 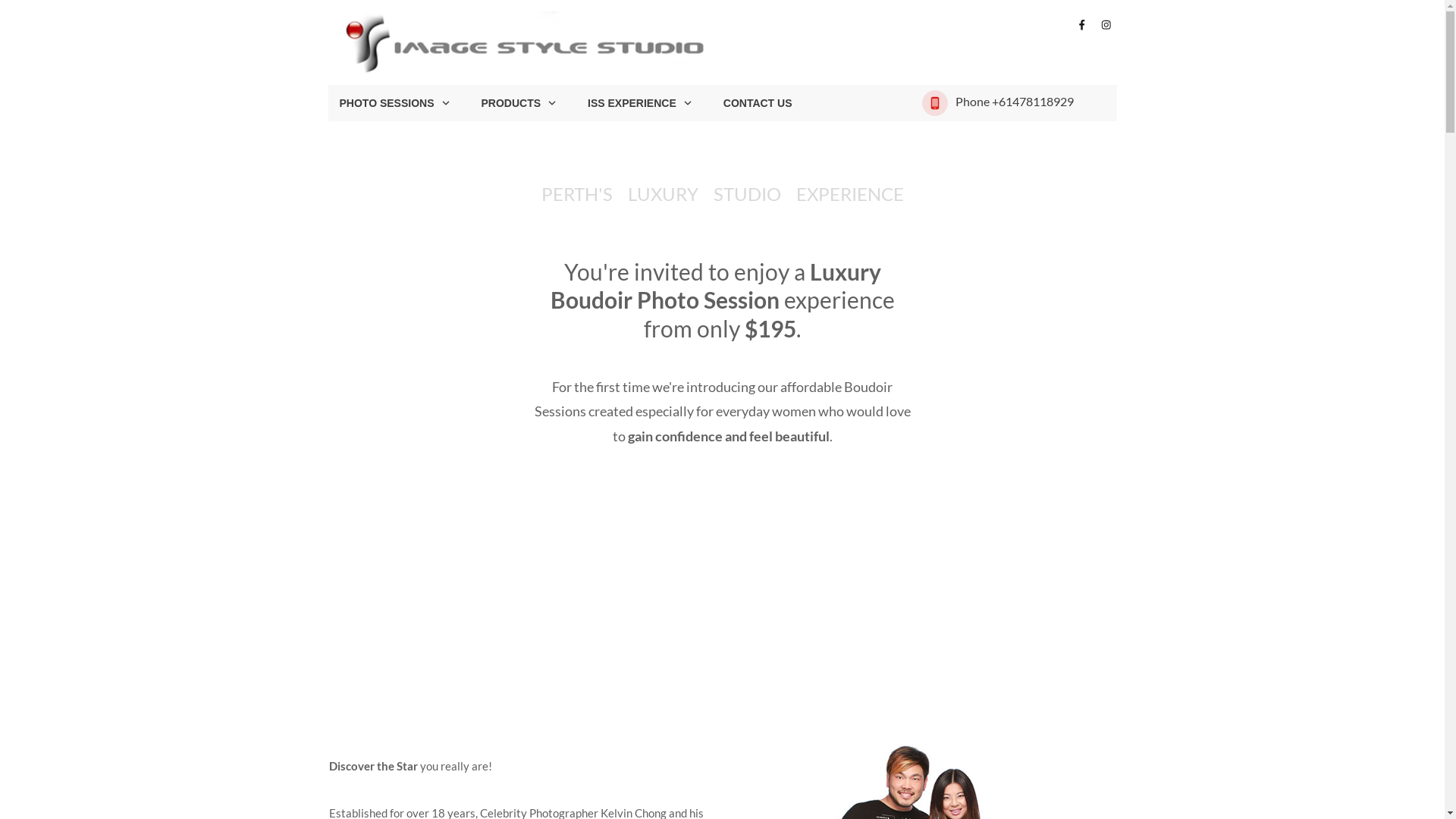 I want to click on 'PHOTO SESSIONS', so click(x=395, y=102).